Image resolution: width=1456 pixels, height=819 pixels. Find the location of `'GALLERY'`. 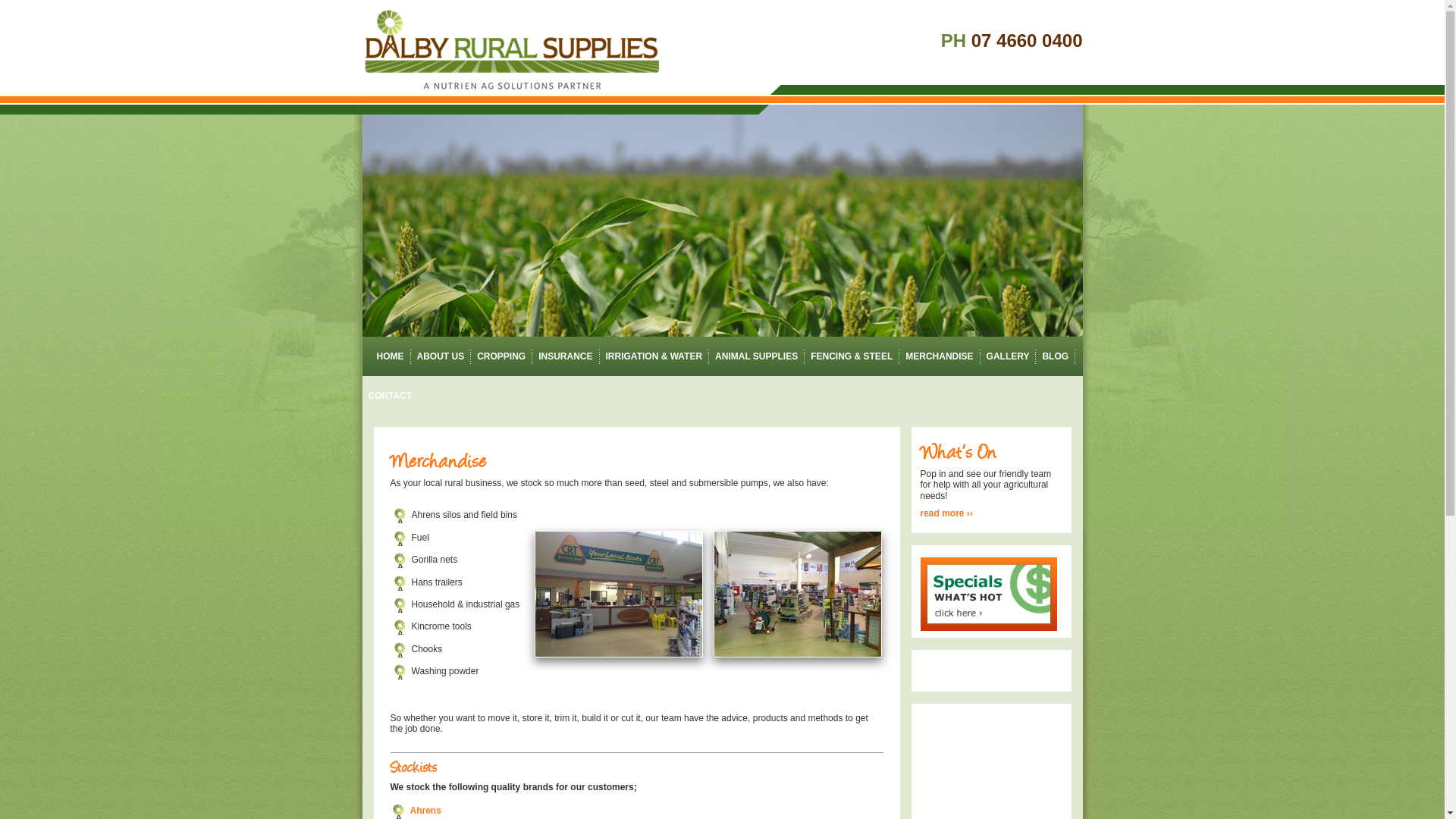

'GALLERY' is located at coordinates (1008, 356).